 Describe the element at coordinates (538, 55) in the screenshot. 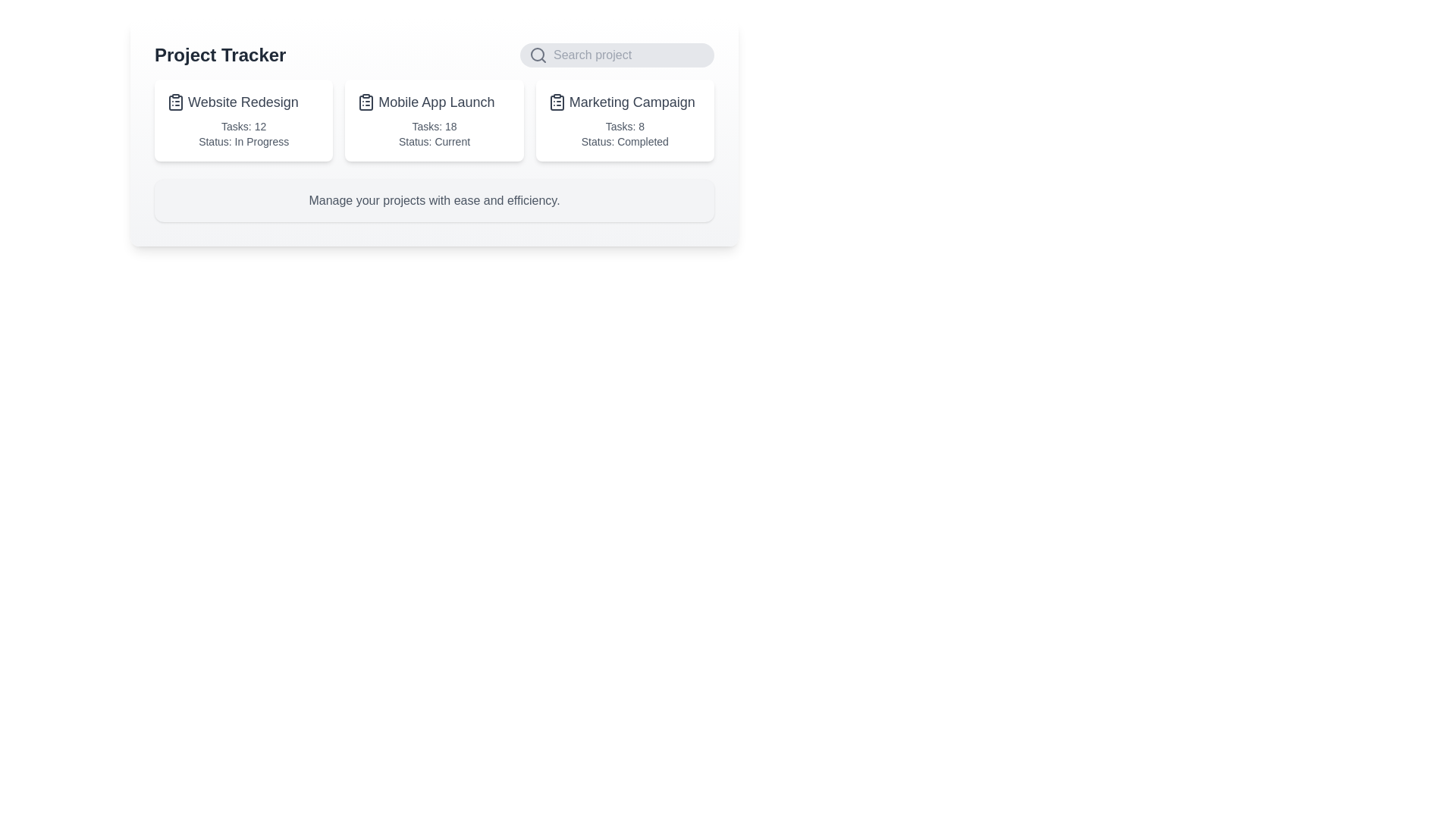

I see `the magnifying glass icon located to the left of the search bar to initiate search` at that location.